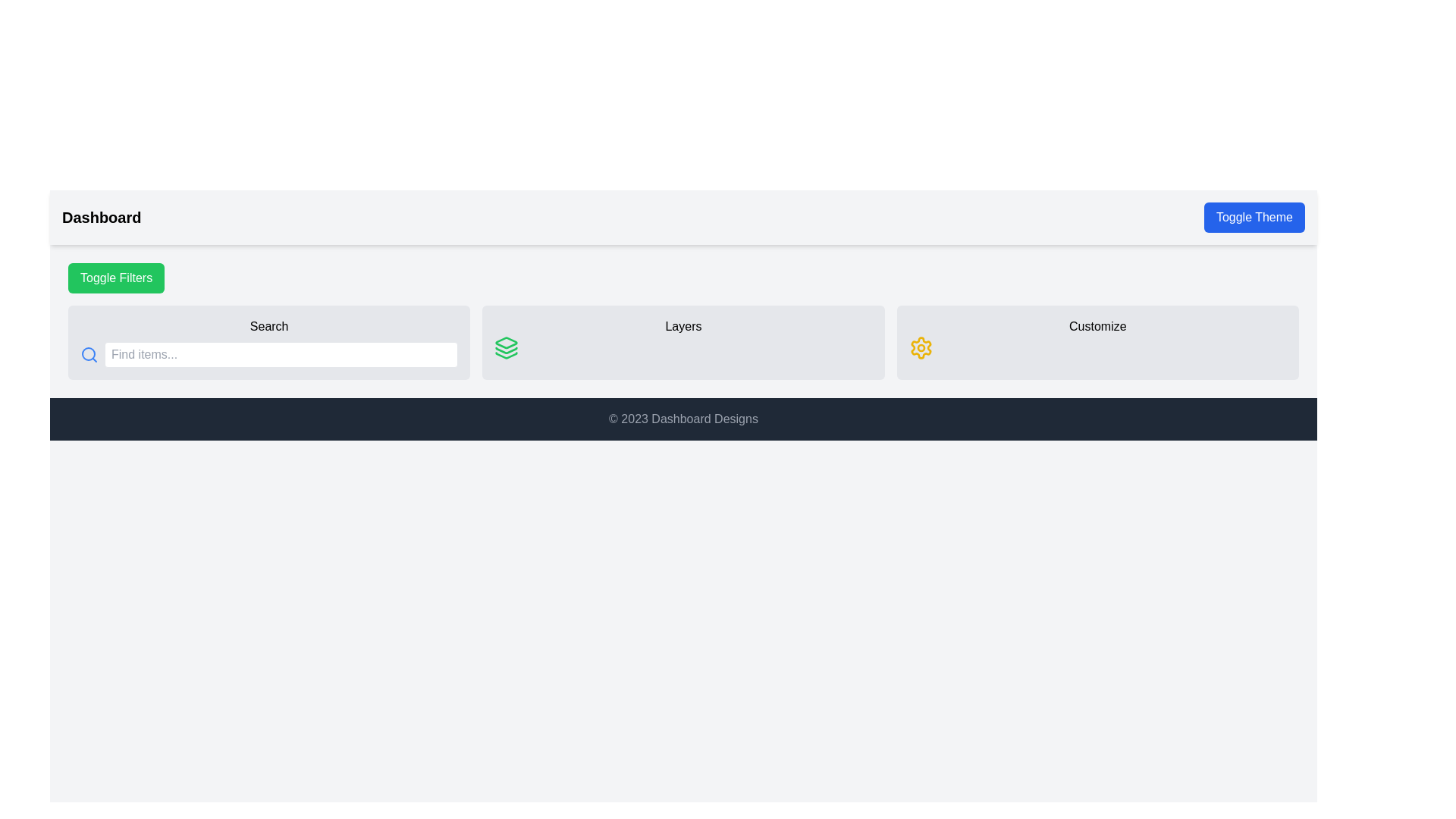  What do you see at coordinates (87, 353) in the screenshot?
I see `the graphical icon (circle component of a magnifier) that is part of the search icon, located near the 'Find items...' input field` at bounding box center [87, 353].